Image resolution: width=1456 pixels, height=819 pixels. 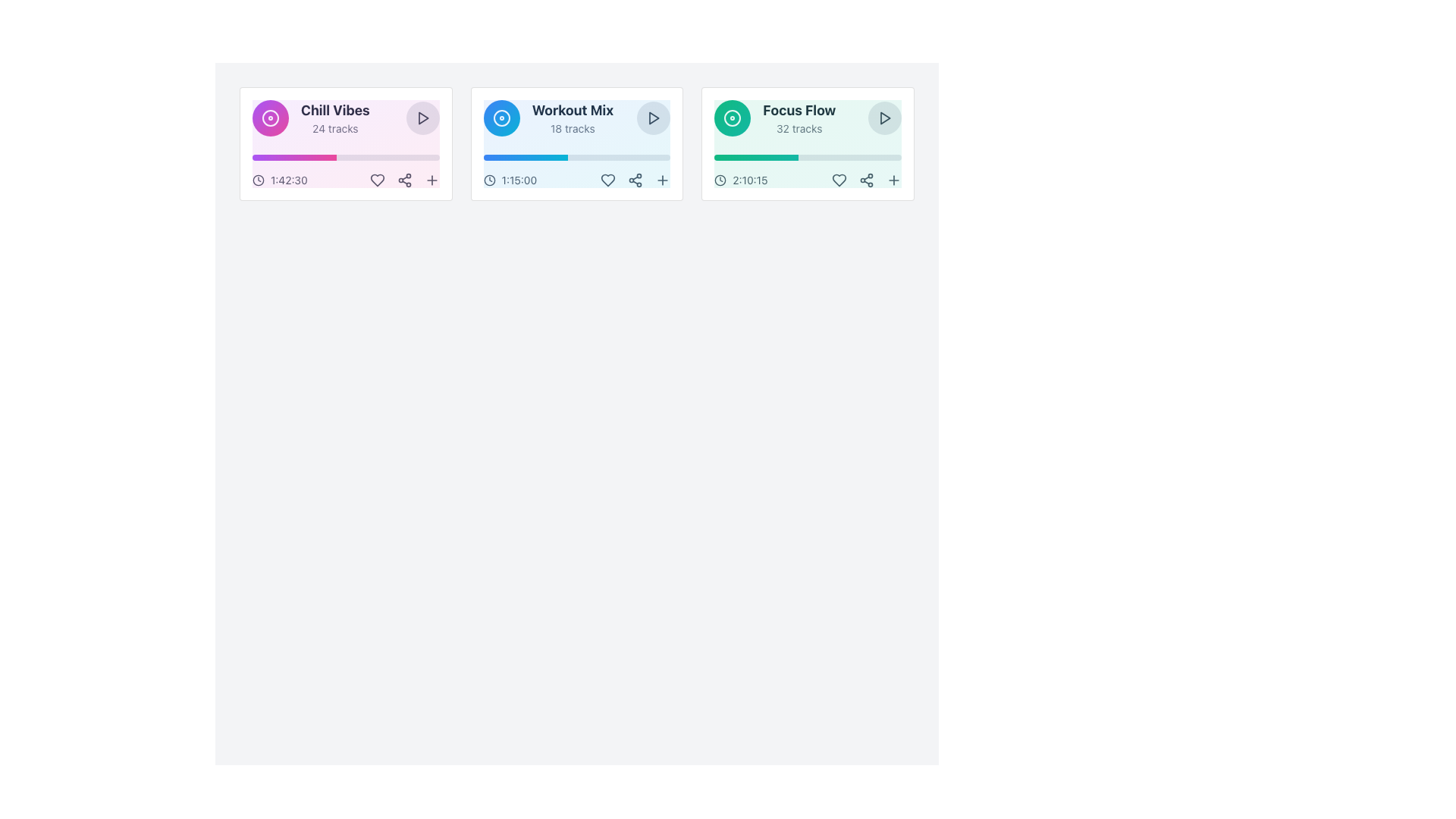 I want to click on the spinning animation of the circular icon located within the pink gradient circle on the left side of the 'Chill Vibes' card interface, so click(x=270, y=117).